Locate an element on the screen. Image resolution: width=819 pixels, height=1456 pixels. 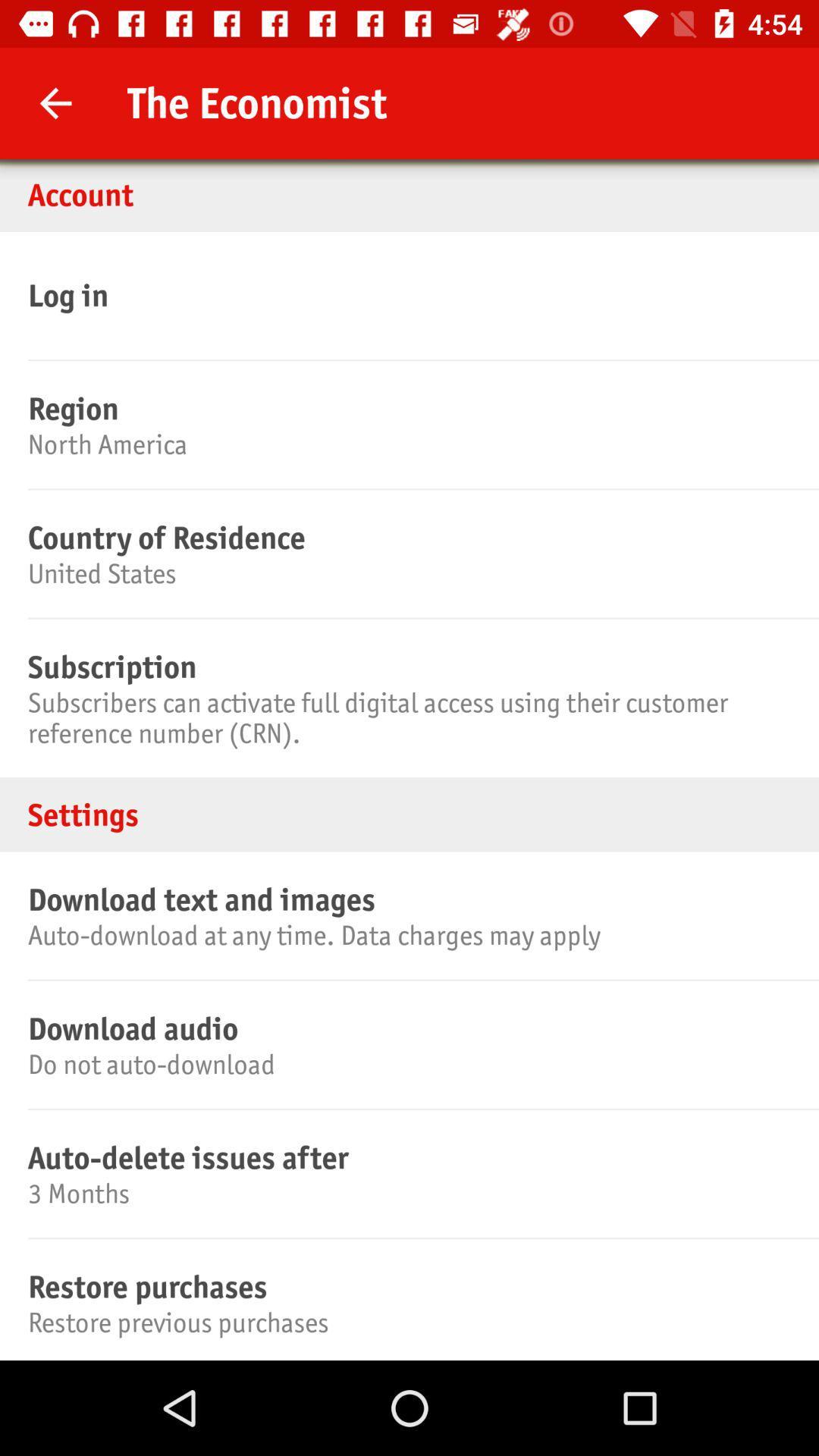
icon above restore purchases icon is located at coordinates (406, 1192).